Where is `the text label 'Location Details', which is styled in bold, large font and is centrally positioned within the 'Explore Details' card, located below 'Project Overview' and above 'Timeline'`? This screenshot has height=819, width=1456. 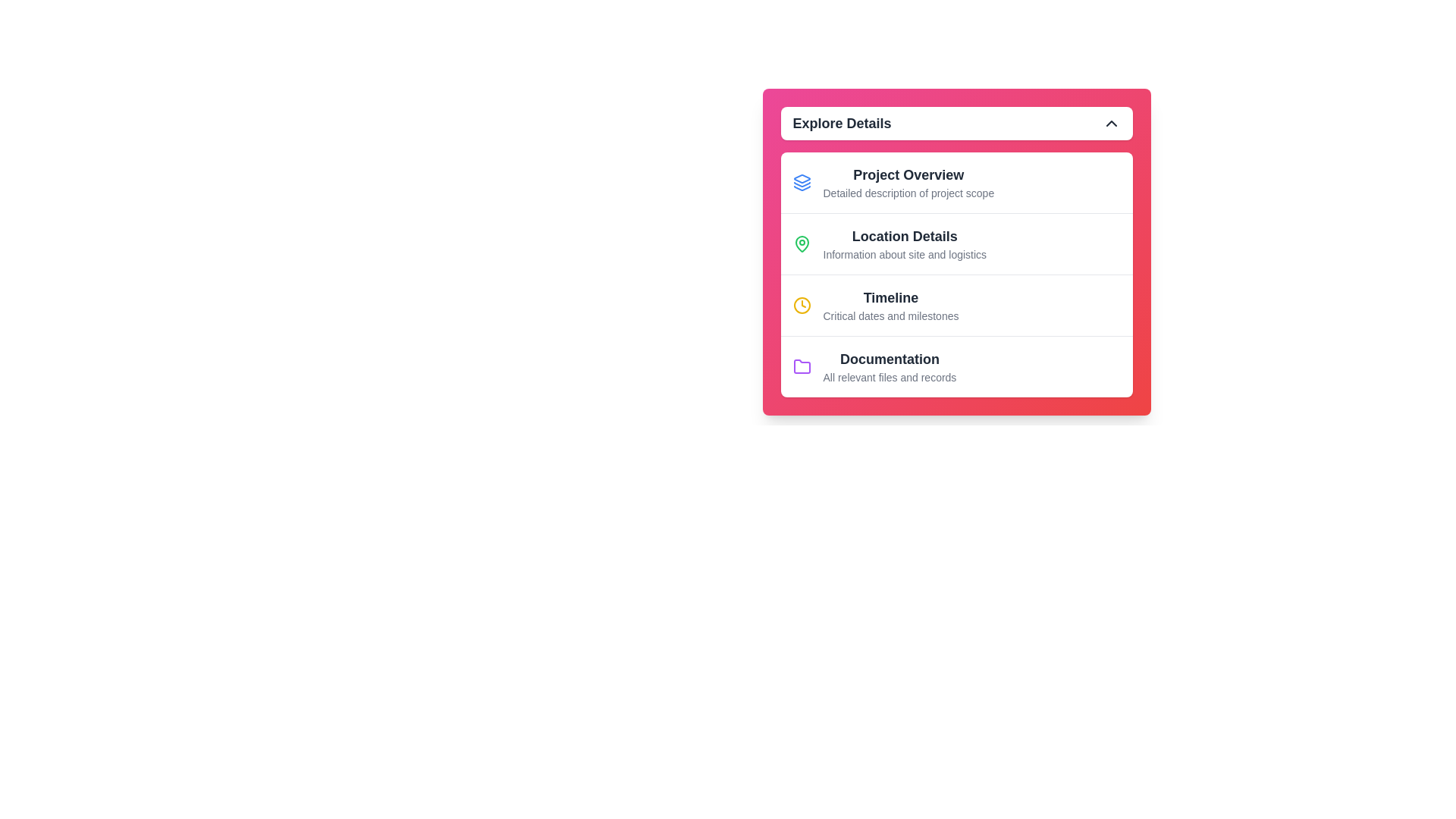
the text label 'Location Details', which is styled in bold, large font and is centrally positioned within the 'Explore Details' card, located below 'Project Overview' and above 'Timeline' is located at coordinates (905, 237).